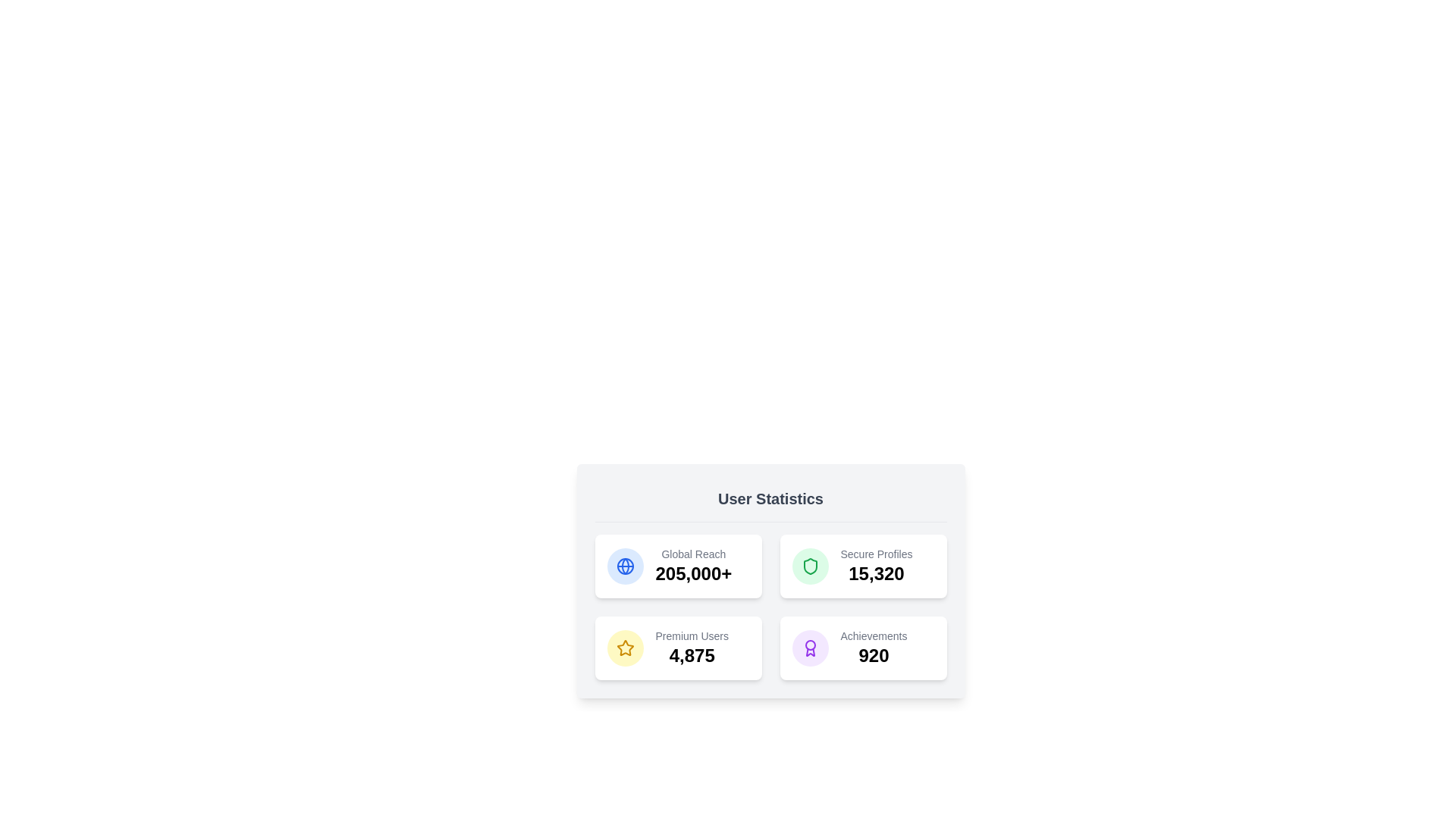 The image size is (1456, 819). I want to click on the Text Display Element that shows the count of 'Premium Users', located within the 'User Statistics' section, below the label 'Premium Users', so click(691, 654).